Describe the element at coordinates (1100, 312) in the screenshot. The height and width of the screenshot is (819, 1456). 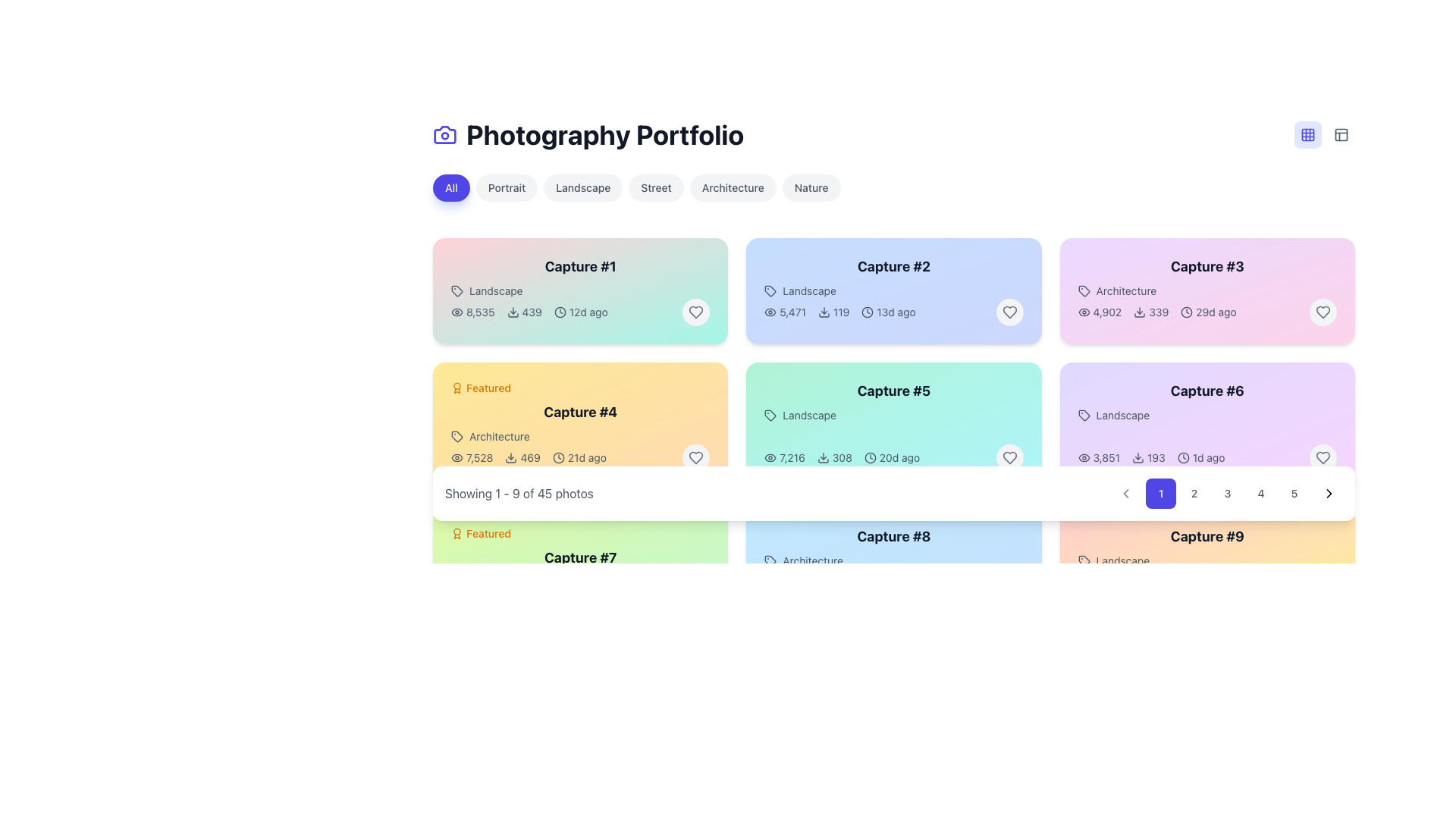
I see `the views count indicator located within the card labeled 'Capture #3', positioned to the left of the download count '339' and below the subtitle 'Architecture'` at that location.